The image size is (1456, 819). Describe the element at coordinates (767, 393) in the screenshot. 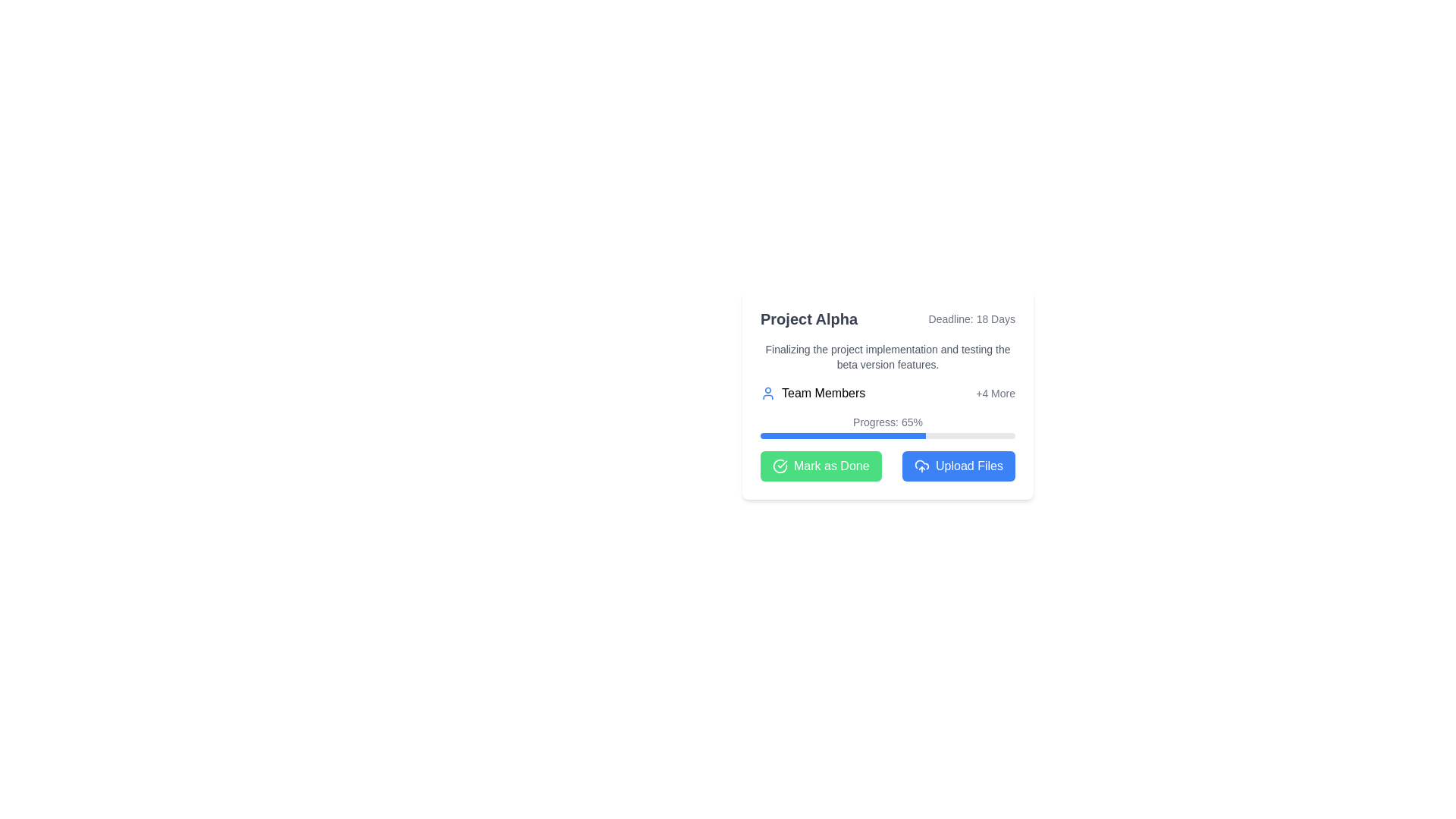

I see `the blue user silhouette SVG icon located to the left of the 'Team Members' text in the upper-middle section of the main interface card` at that location.